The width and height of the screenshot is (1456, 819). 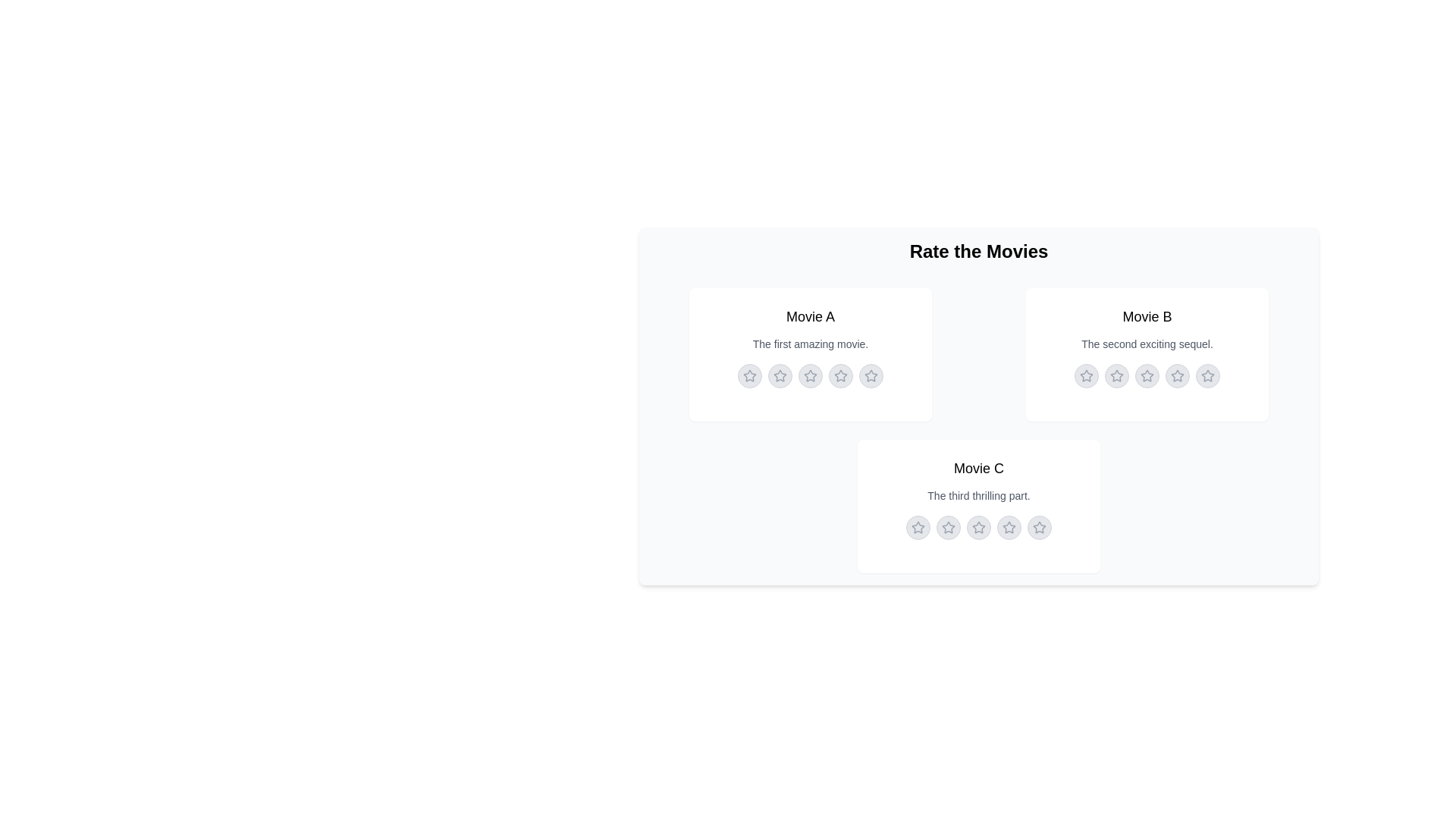 What do you see at coordinates (1117, 375) in the screenshot?
I see `the second clickable rating star icon in the rating section of 'Movie B'` at bounding box center [1117, 375].